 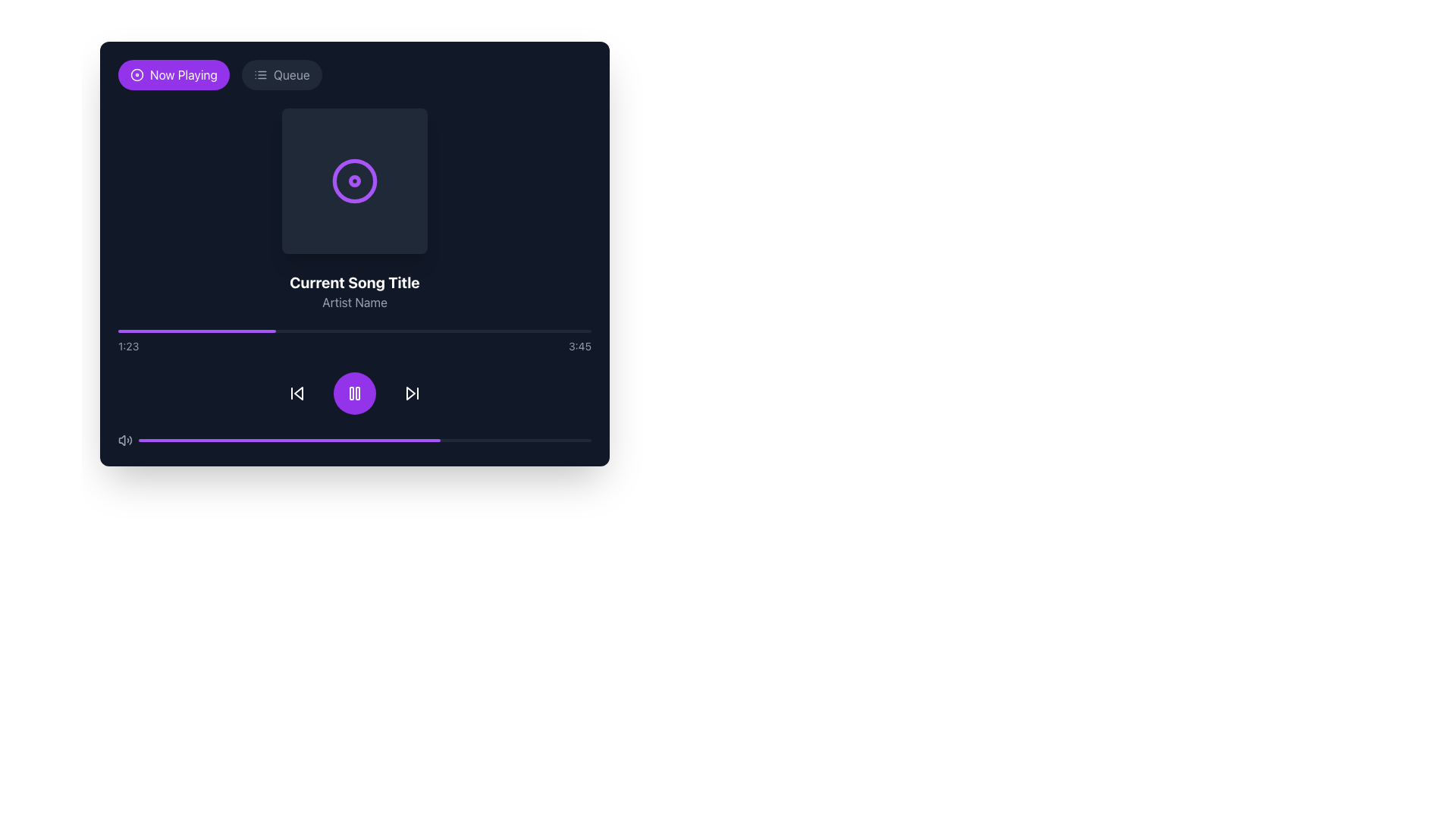 What do you see at coordinates (353, 330) in the screenshot?
I see `the progress visualized by the progress bar located in the lower central section of the interface, positioned between the time labels '1:23' and '3:45'` at bounding box center [353, 330].